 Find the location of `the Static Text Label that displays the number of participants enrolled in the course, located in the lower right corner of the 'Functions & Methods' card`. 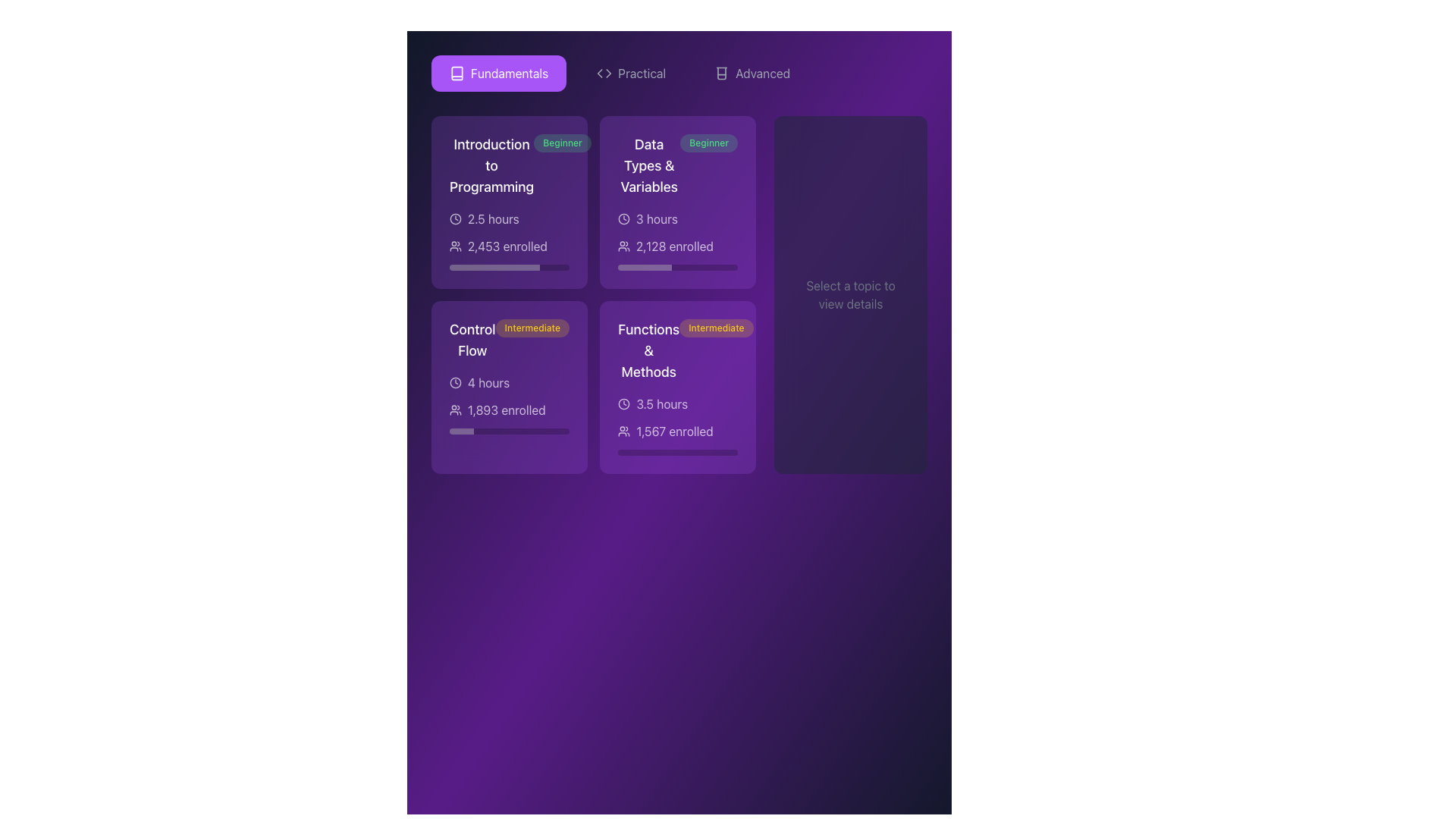

the Static Text Label that displays the number of participants enrolled in the course, located in the lower right corner of the 'Functions & Methods' card is located at coordinates (673, 431).